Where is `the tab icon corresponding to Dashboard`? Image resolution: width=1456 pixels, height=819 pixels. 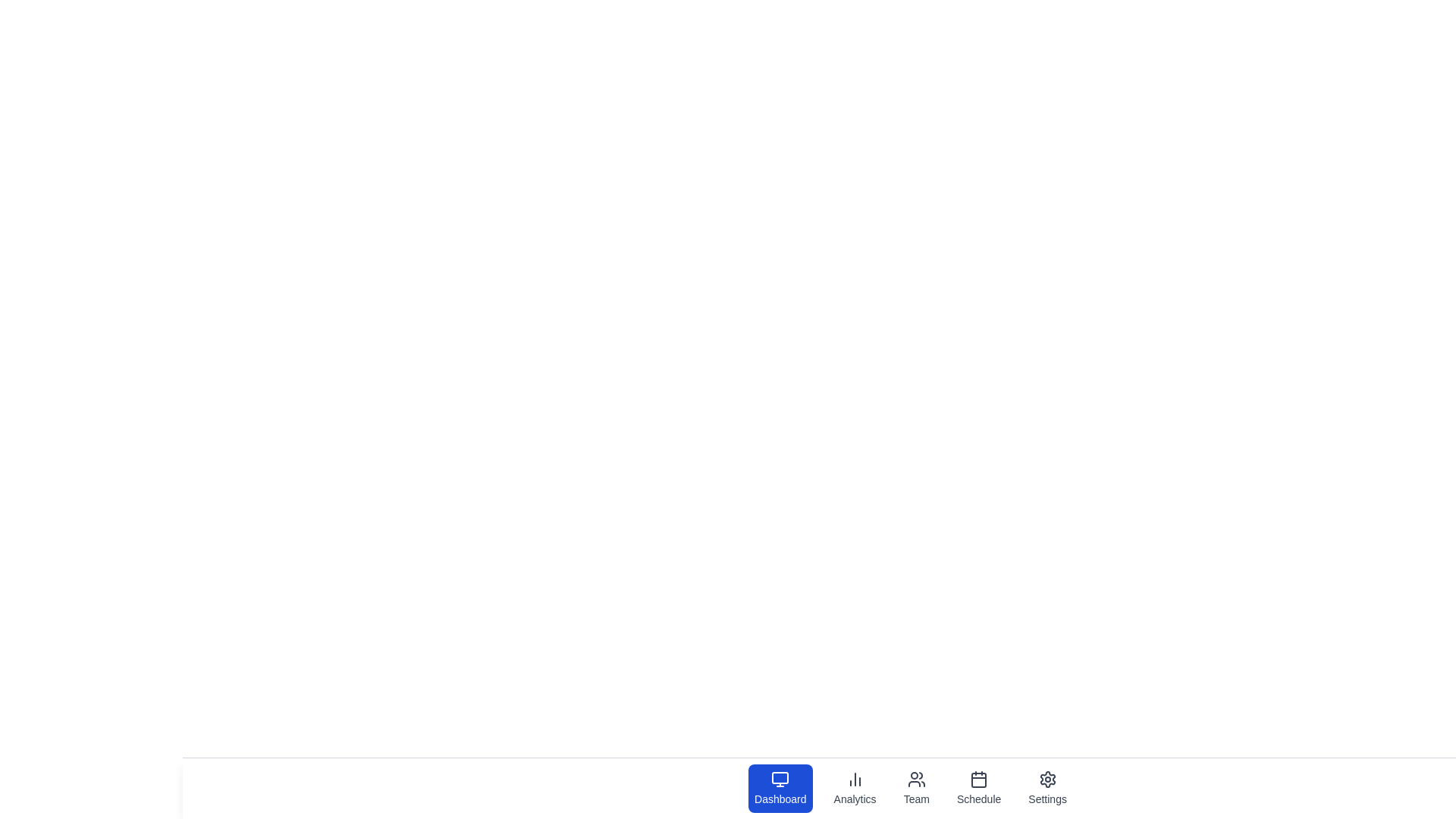 the tab icon corresponding to Dashboard is located at coordinates (780, 788).